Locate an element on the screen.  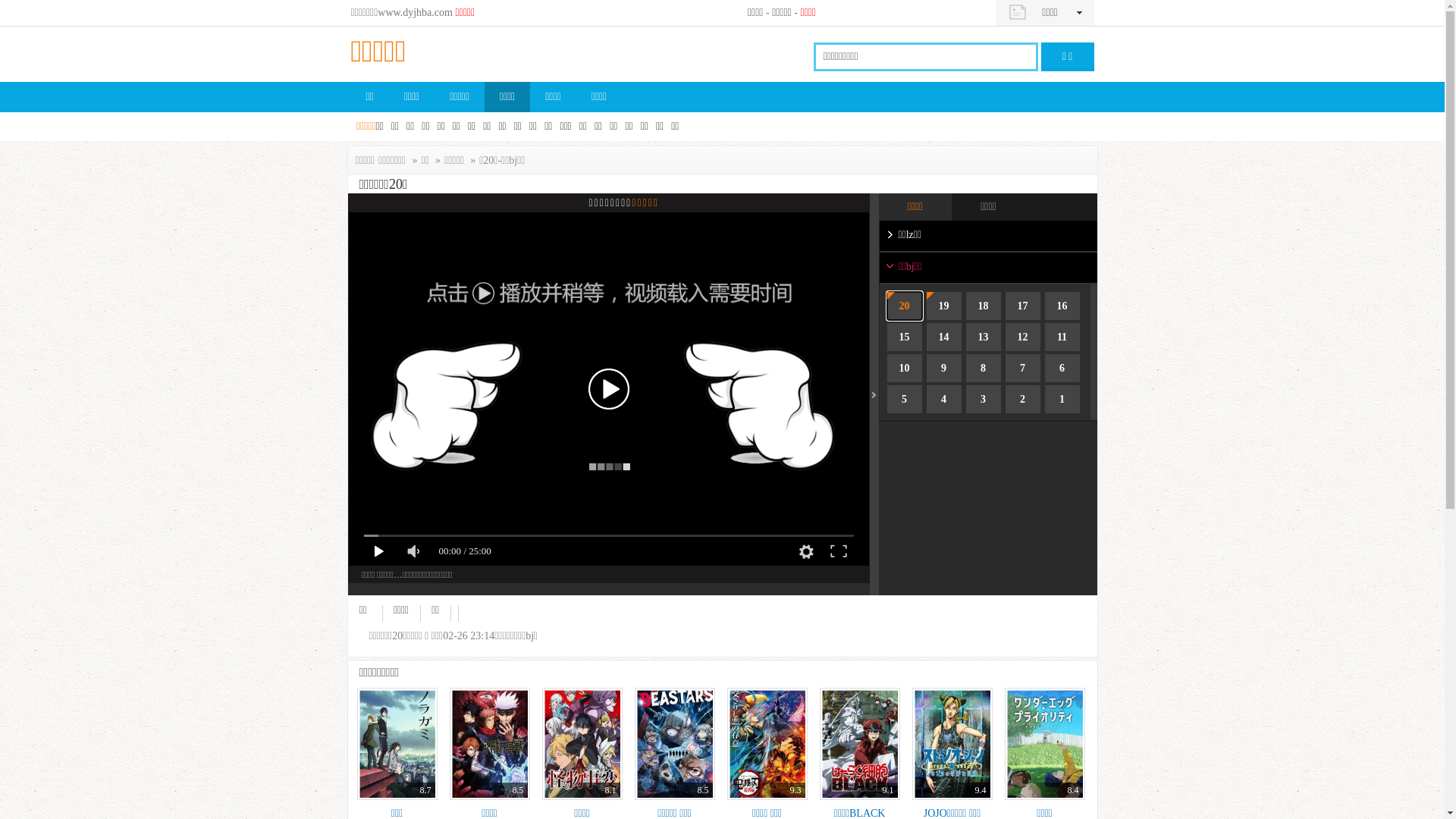
'10' is located at coordinates (887, 368).